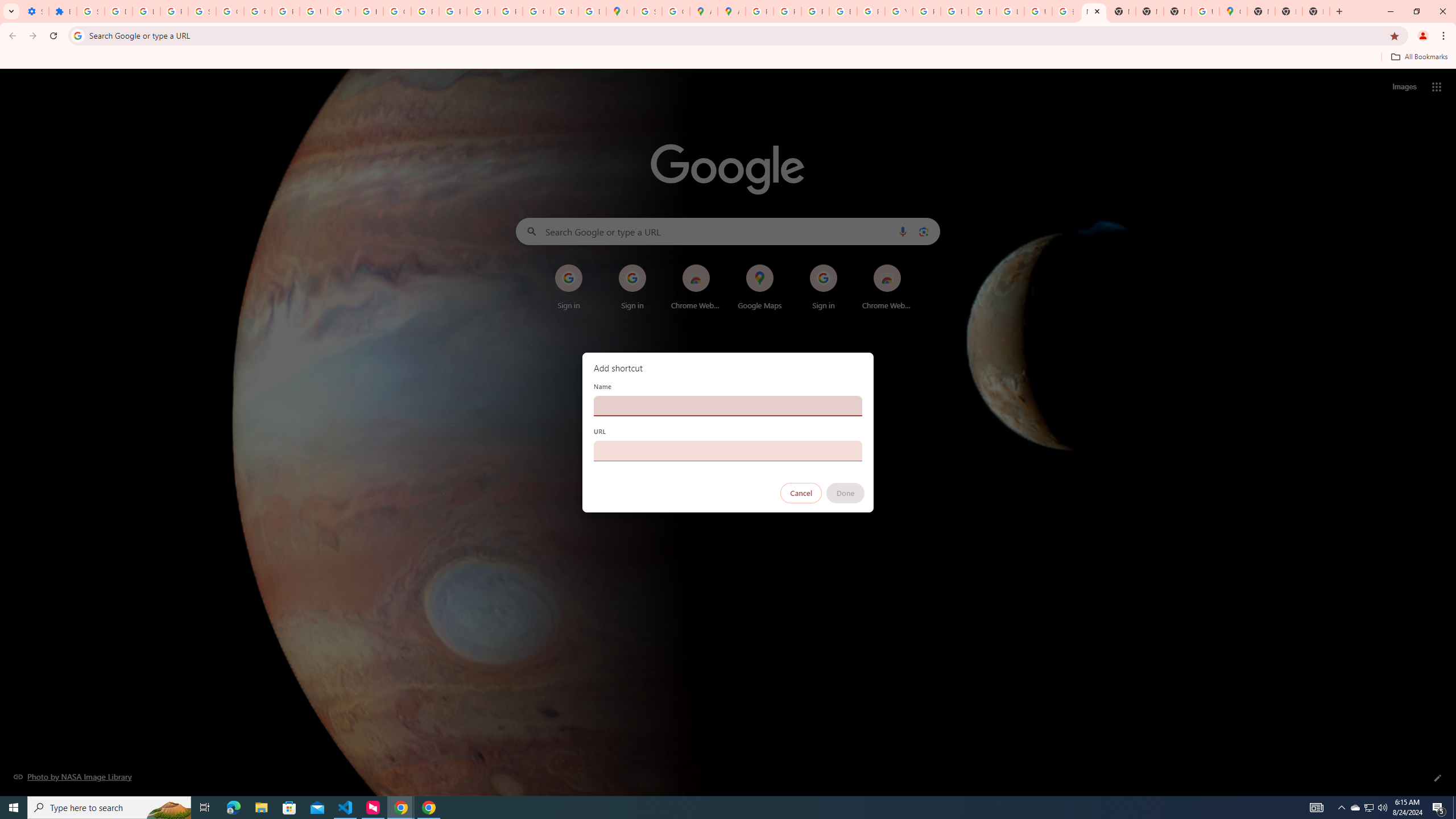 This screenshot has height=819, width=1456. What do you see at coordinates (369, 11) in the screenshot?
I see `'https://scholar.google.com/'` at bounding box center [369, 11].